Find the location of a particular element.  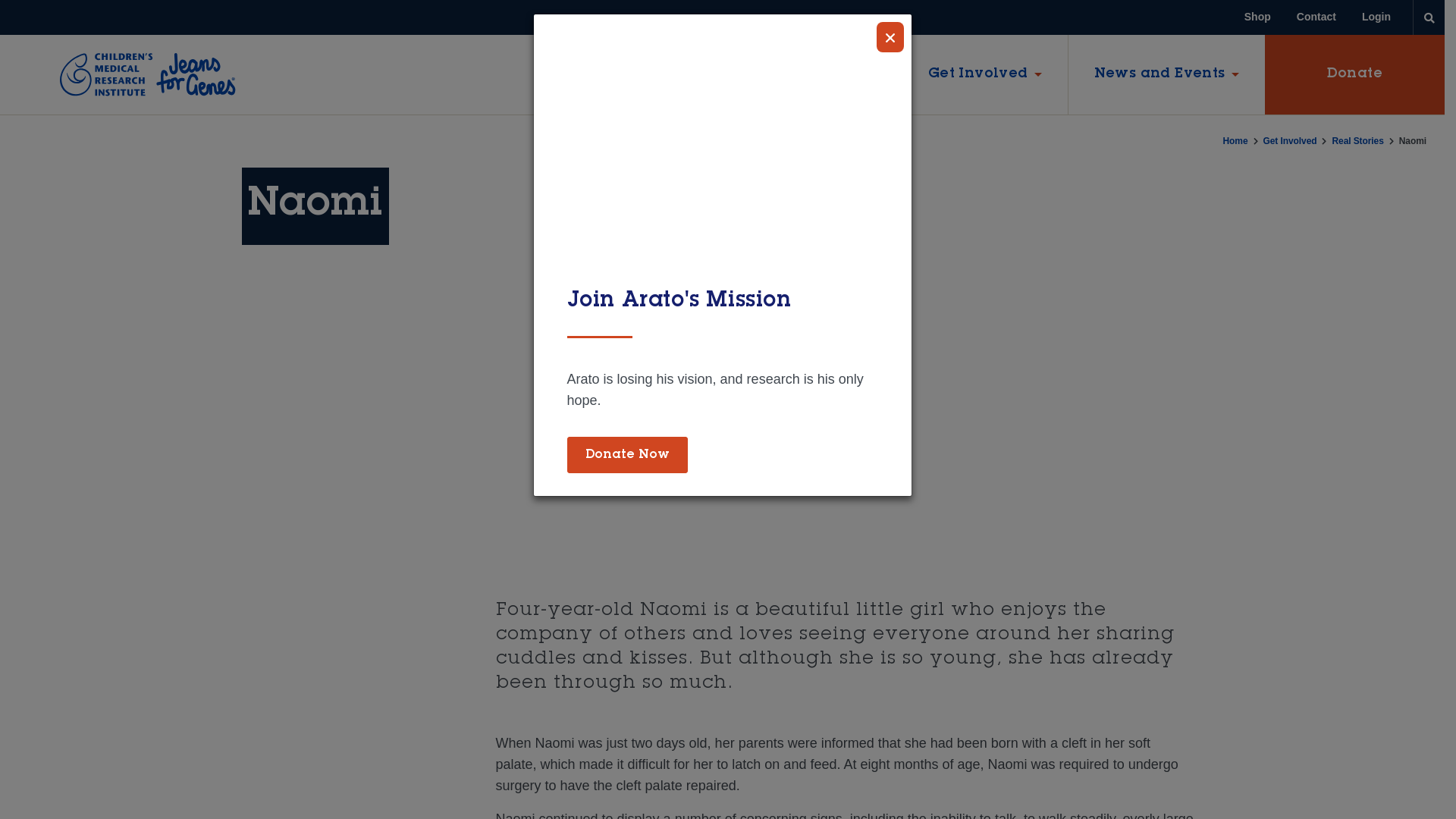

'Login' is located at coordinates (1376, 17).